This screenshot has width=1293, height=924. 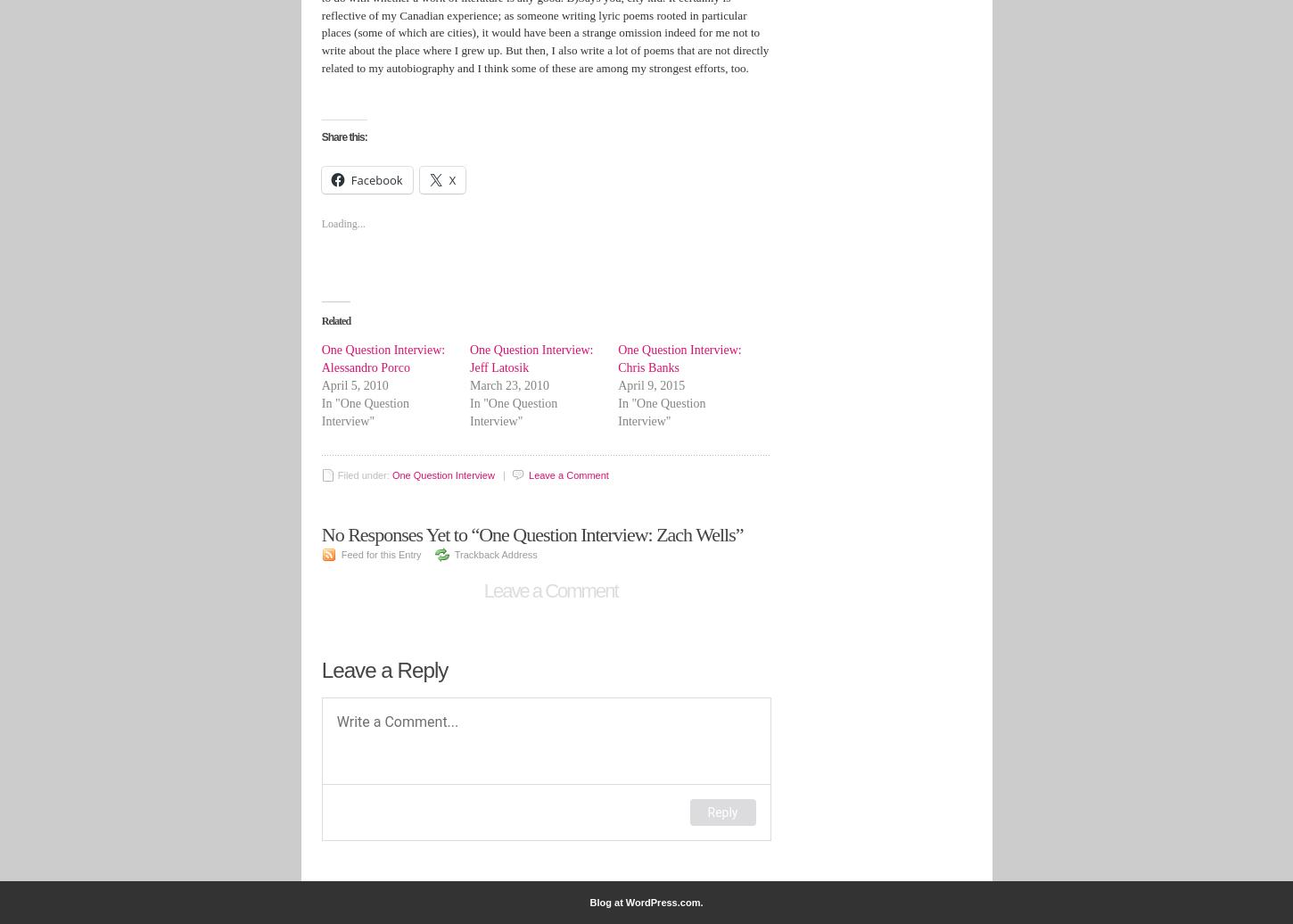 What do you see at coordinates (342, 222) in the screenshot?
I see `'Loading...'` at bounding box center [342, 222].